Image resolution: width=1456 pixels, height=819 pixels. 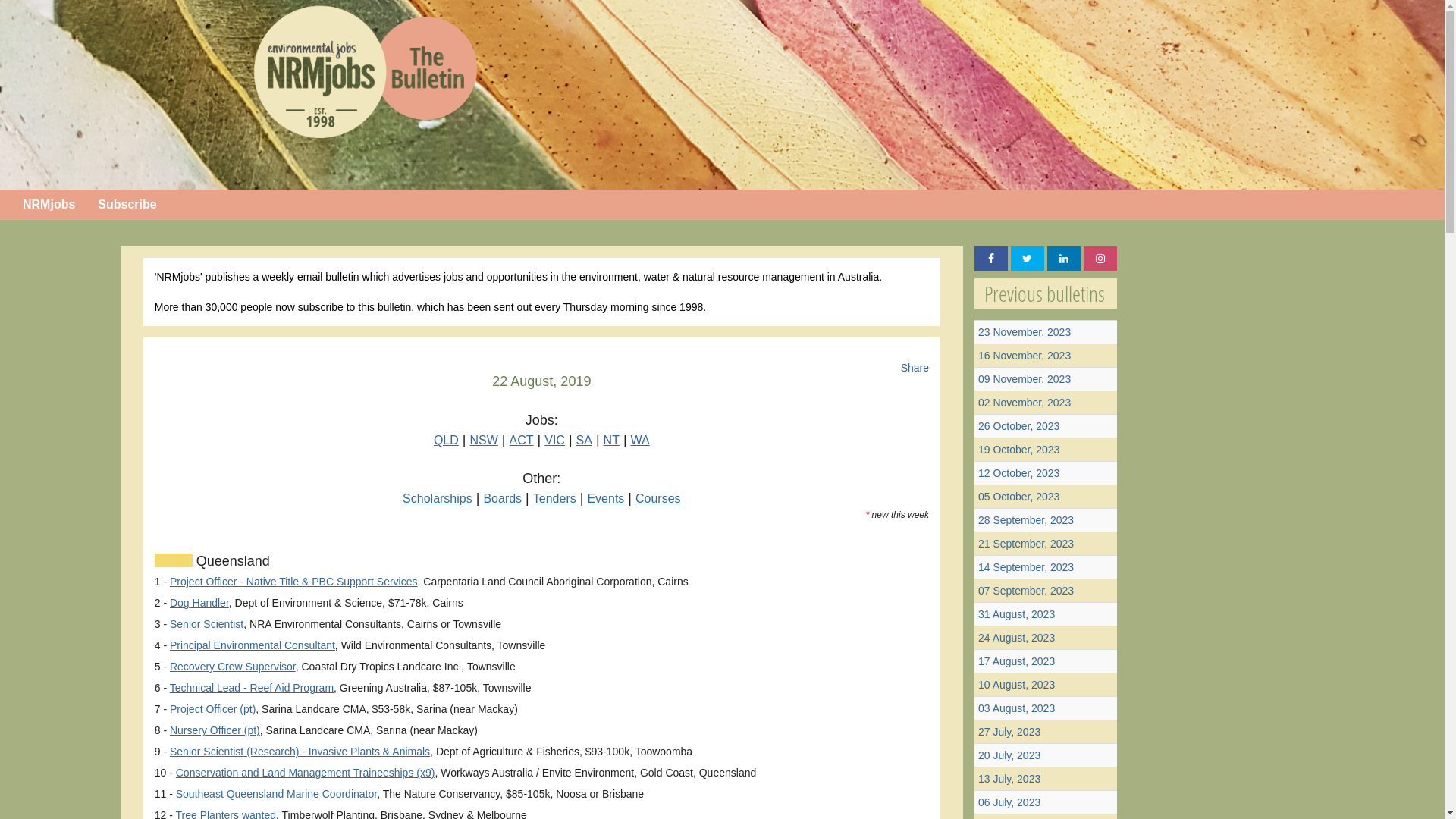 What do you see at coordinates (214, 730) in the screenshot?
I see `'Nursery Officer (pt)'` at bounding box center [214, 730].